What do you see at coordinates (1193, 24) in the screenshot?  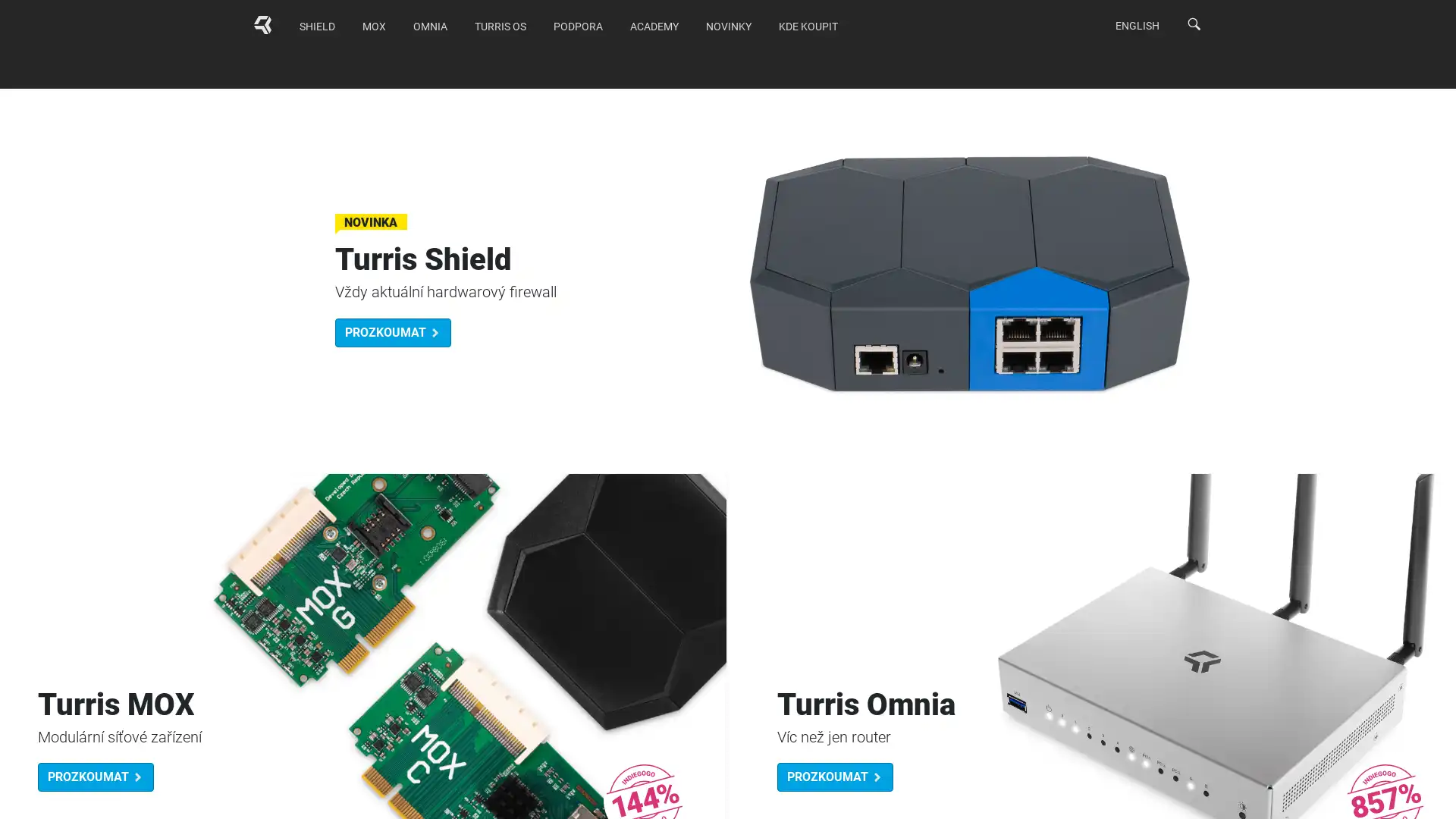 I see `Search icon` at bounding box center [1193, 24].